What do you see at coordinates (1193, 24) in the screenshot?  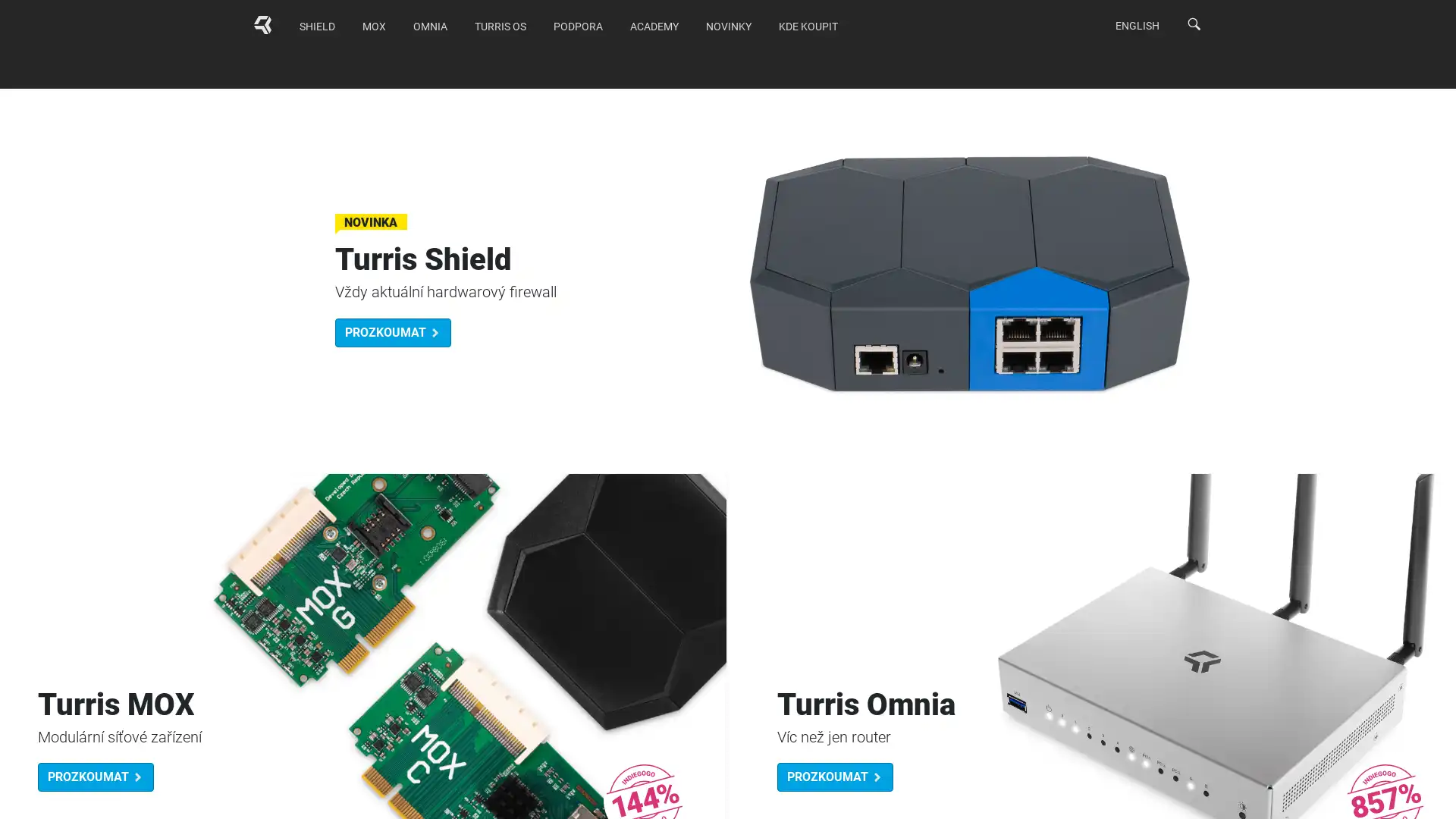 I see `Search icon` at bounding box center [1193, 24].